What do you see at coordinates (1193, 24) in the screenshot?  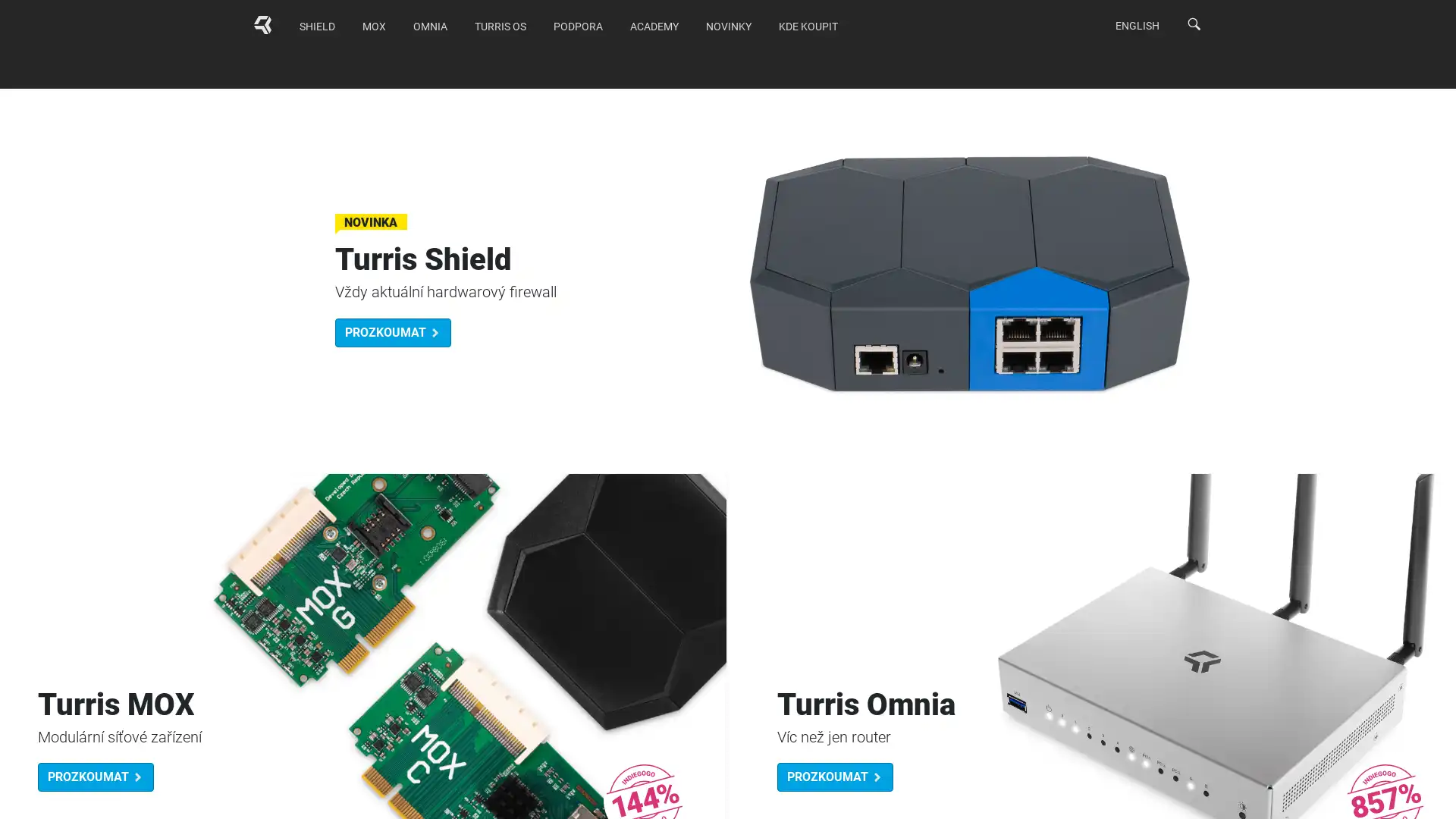 I see `Search icon` at bounding box center [1193, 24].